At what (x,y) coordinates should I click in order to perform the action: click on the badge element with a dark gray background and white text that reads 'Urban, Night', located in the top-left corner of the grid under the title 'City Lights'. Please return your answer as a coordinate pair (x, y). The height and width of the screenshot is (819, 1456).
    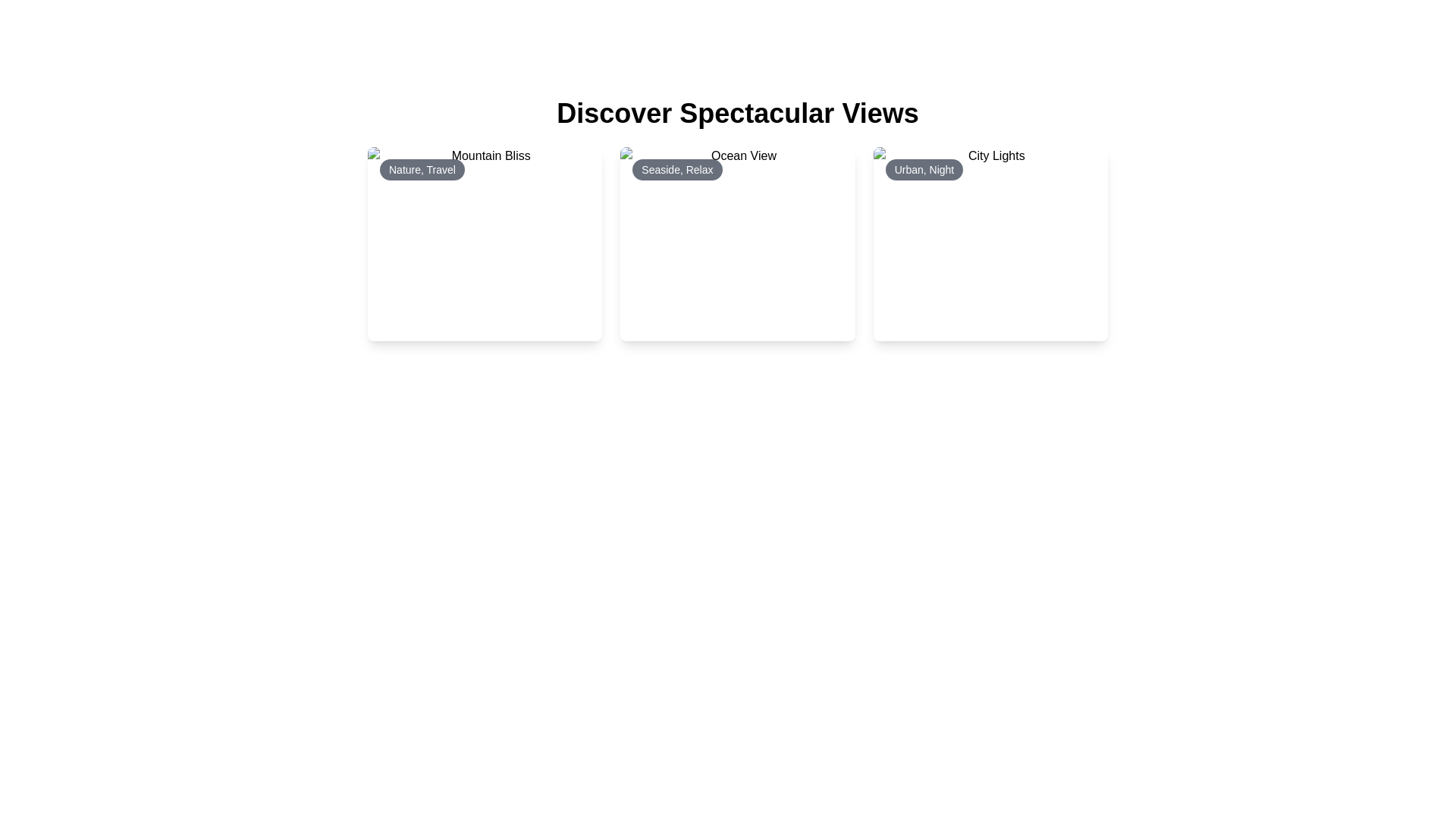
    Looking at the image, I should click on (924, 169).